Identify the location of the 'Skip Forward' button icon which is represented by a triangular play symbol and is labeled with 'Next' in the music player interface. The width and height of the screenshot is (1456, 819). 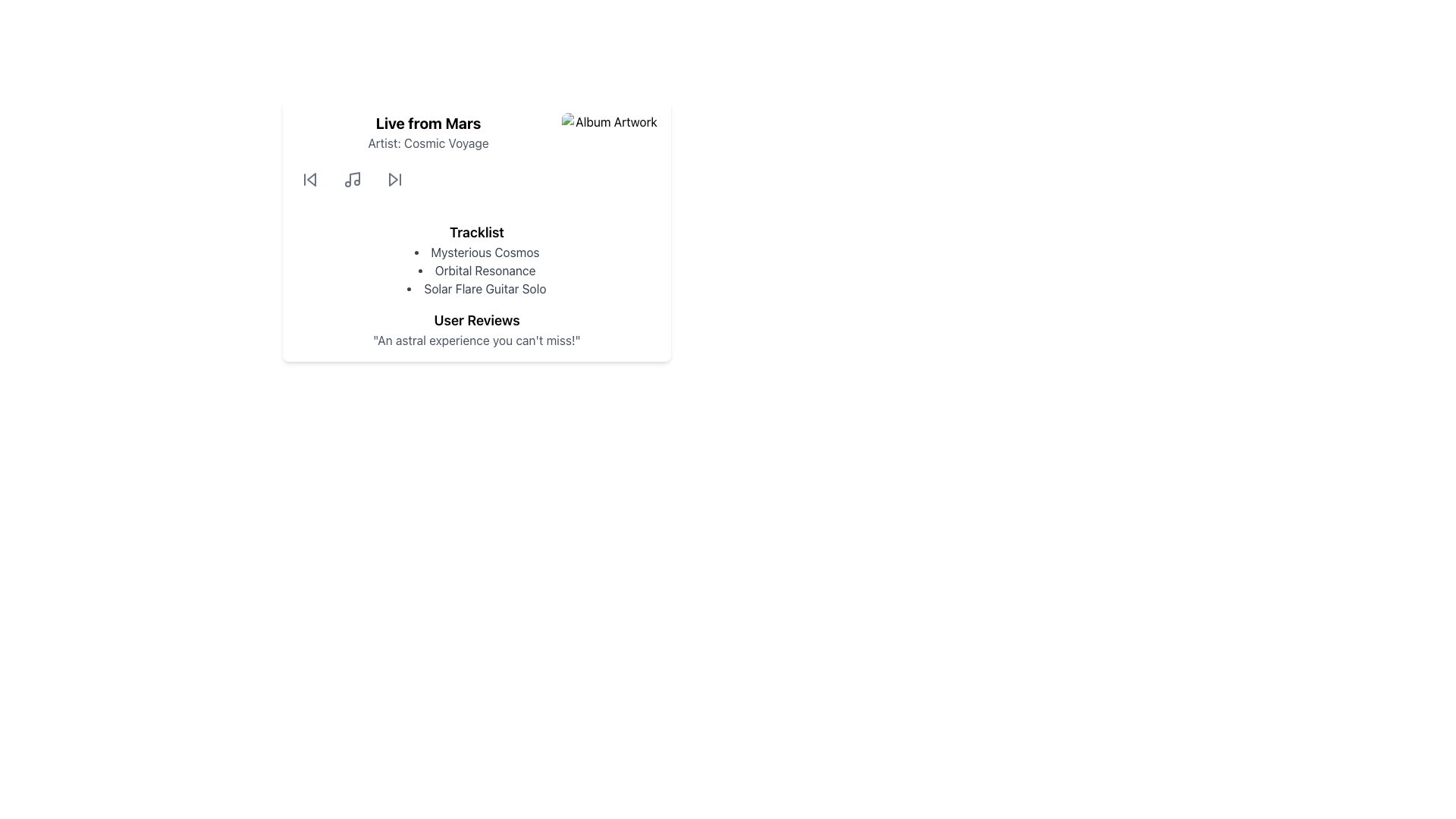
(395, 178).